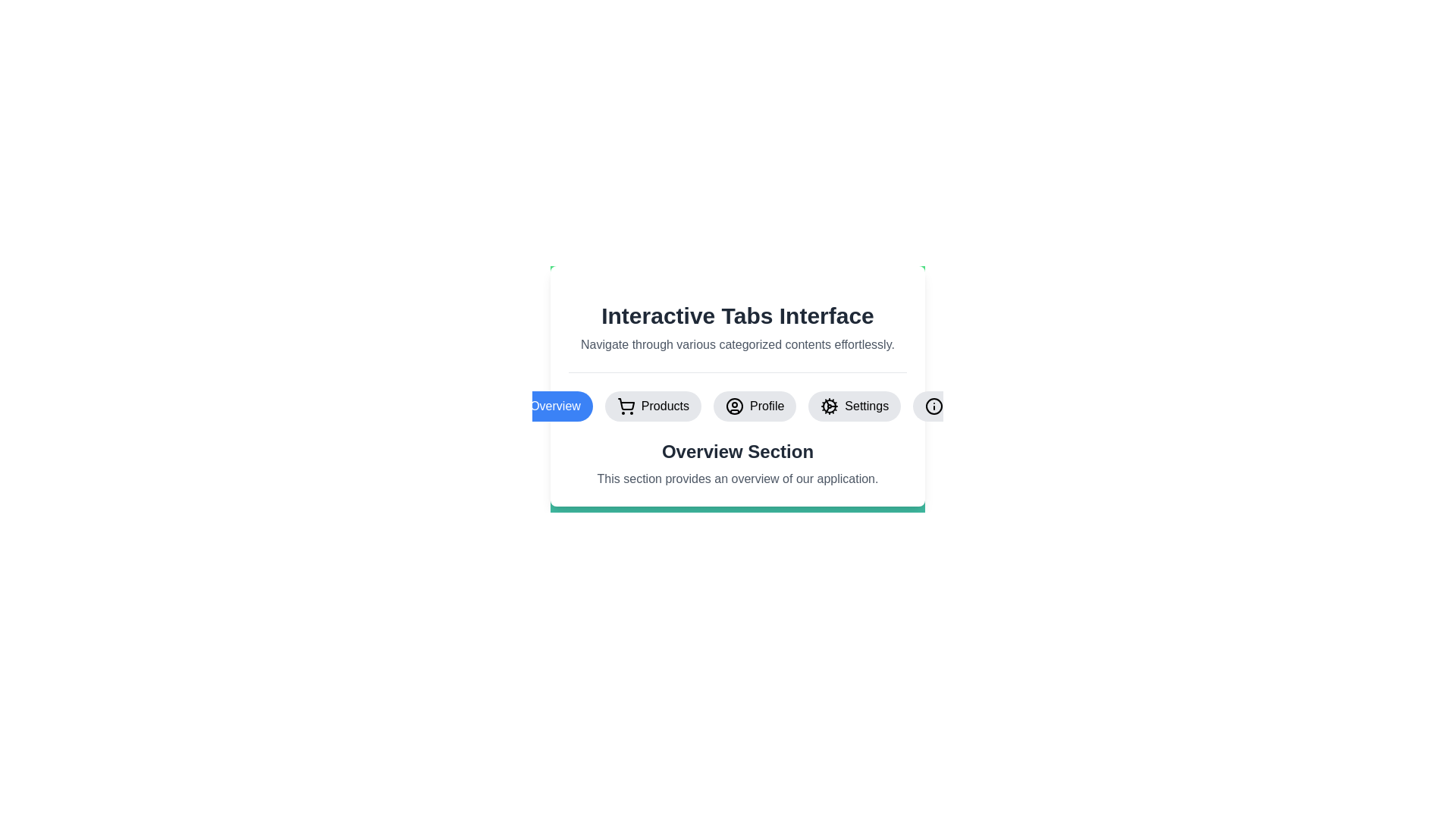 The image size is (1456, 819). Describe the element at coordinates (738, 451) in the screenshot. I see `the 'Overview' section title text label, which is located beneath the interactive tabs and above the descriptive text` at that location.